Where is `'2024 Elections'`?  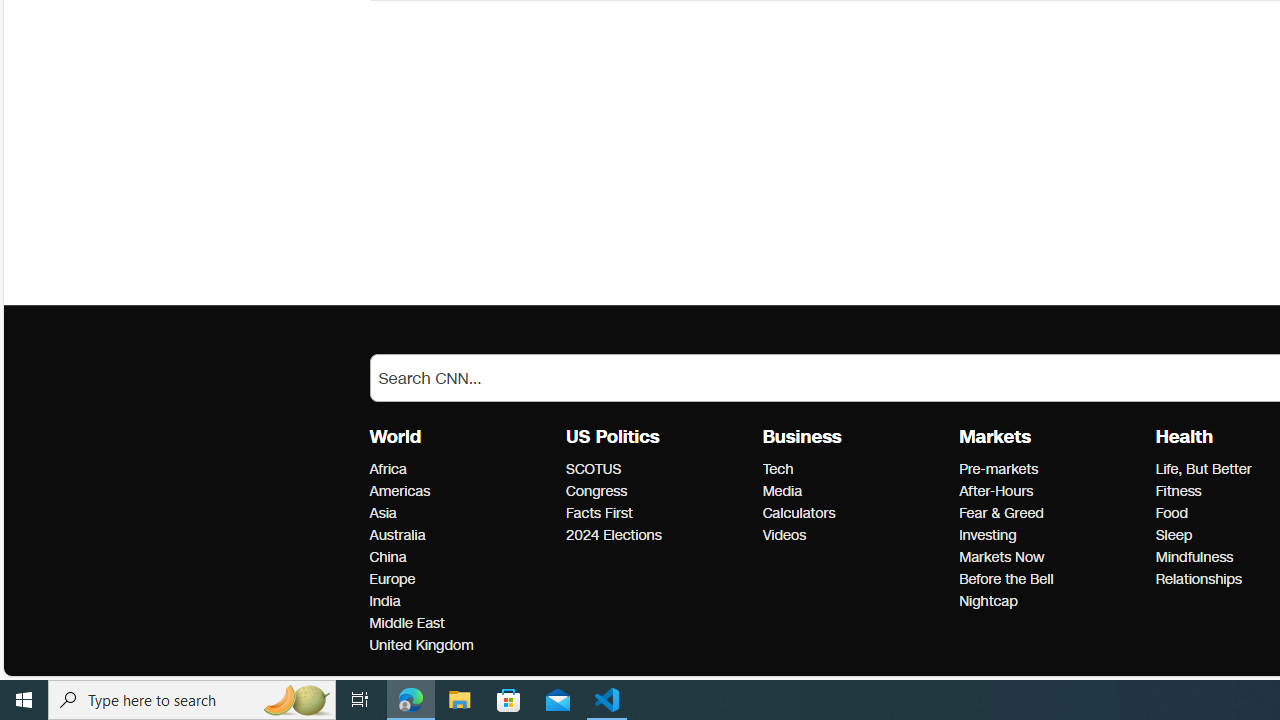
'2024 Elections' is located at coordinates (658, 535).